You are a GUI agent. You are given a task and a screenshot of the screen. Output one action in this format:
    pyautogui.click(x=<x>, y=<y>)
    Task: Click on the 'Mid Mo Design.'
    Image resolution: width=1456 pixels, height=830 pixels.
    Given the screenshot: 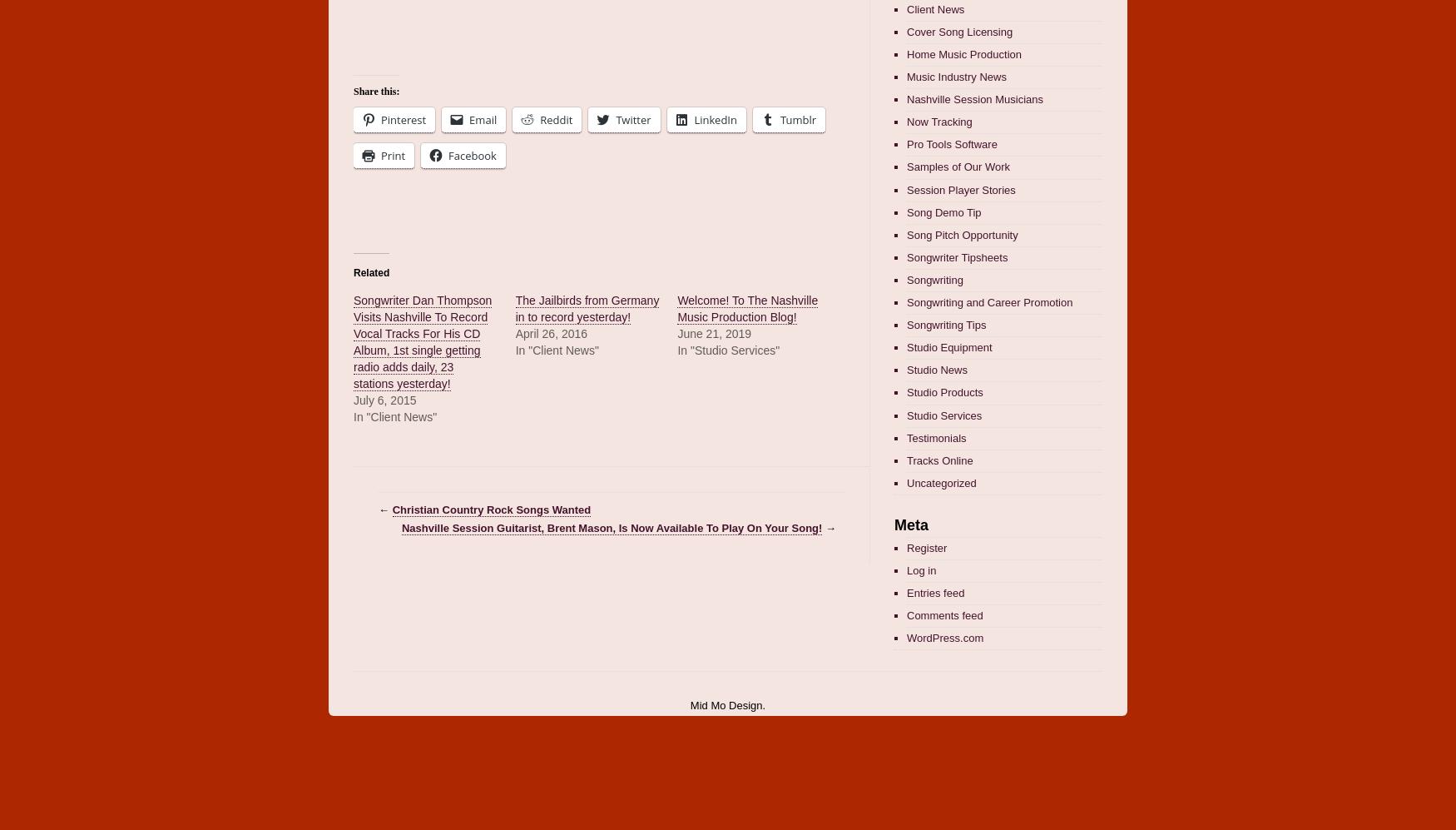 What is the action you would take?
    pyautogui.click(x=727, y=705)
    